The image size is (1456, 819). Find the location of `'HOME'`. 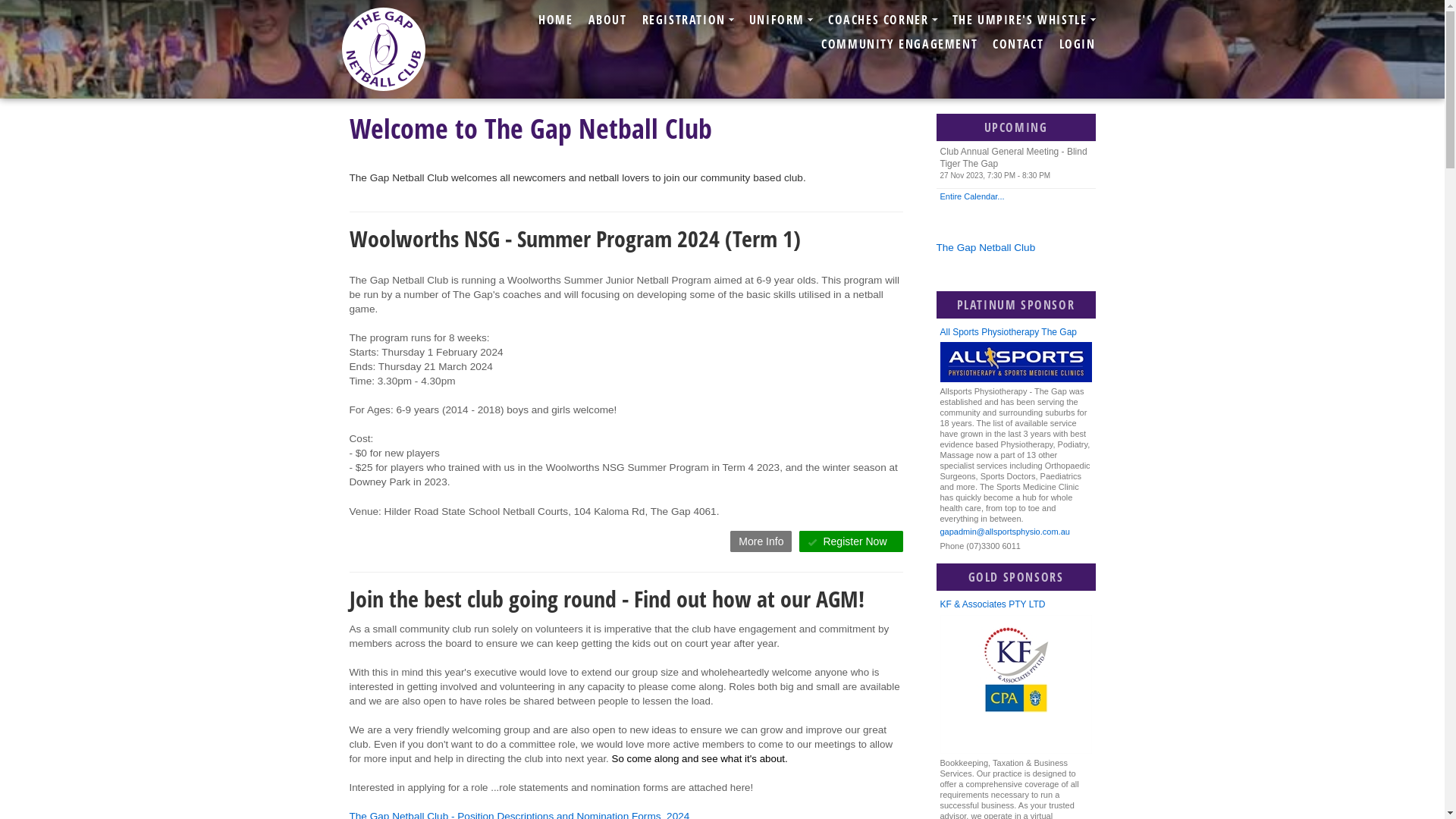

'HOME' is located at coordinates (554, 20).